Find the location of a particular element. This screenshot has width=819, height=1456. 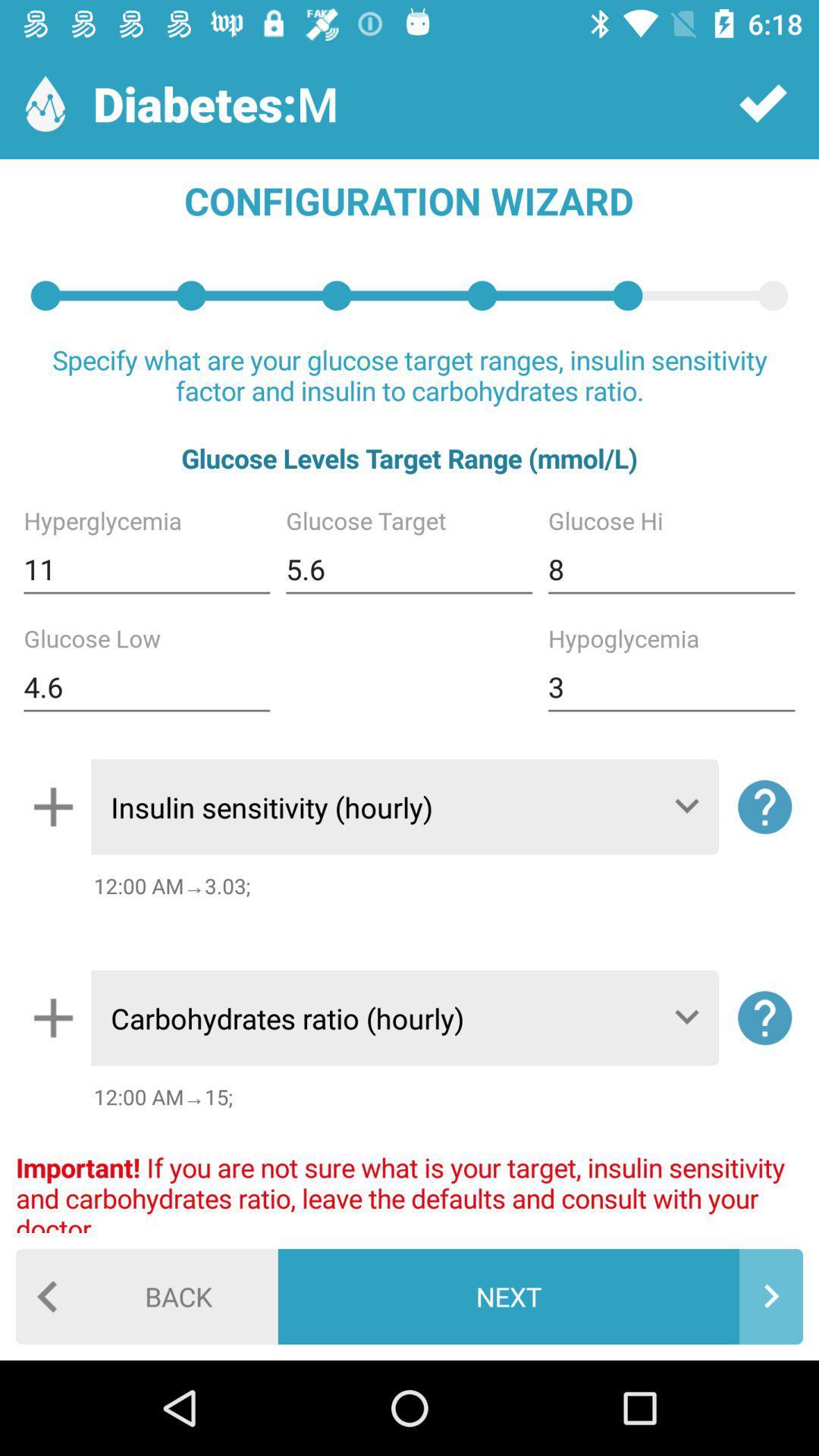

8 is located at coordinates (670, 569).